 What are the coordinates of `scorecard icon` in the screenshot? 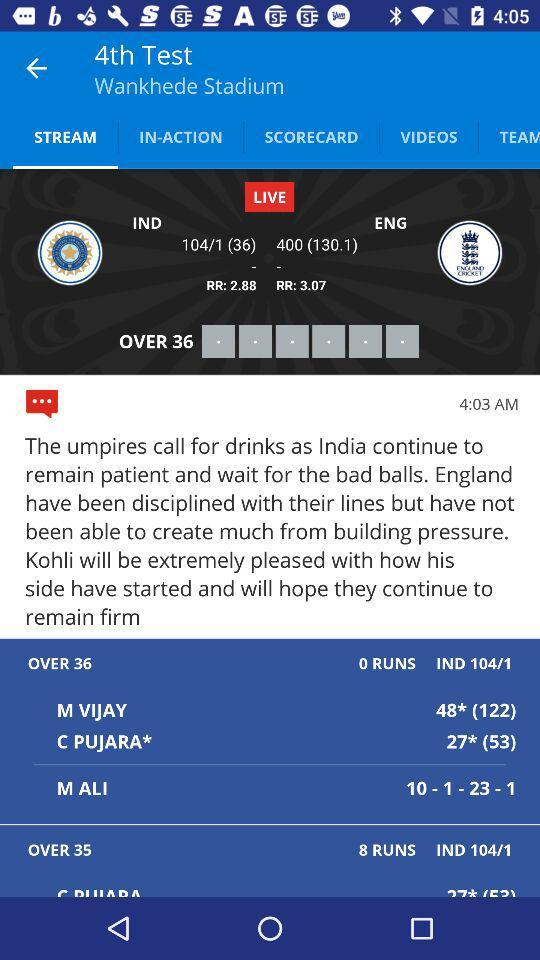 It's located at (311, 135).